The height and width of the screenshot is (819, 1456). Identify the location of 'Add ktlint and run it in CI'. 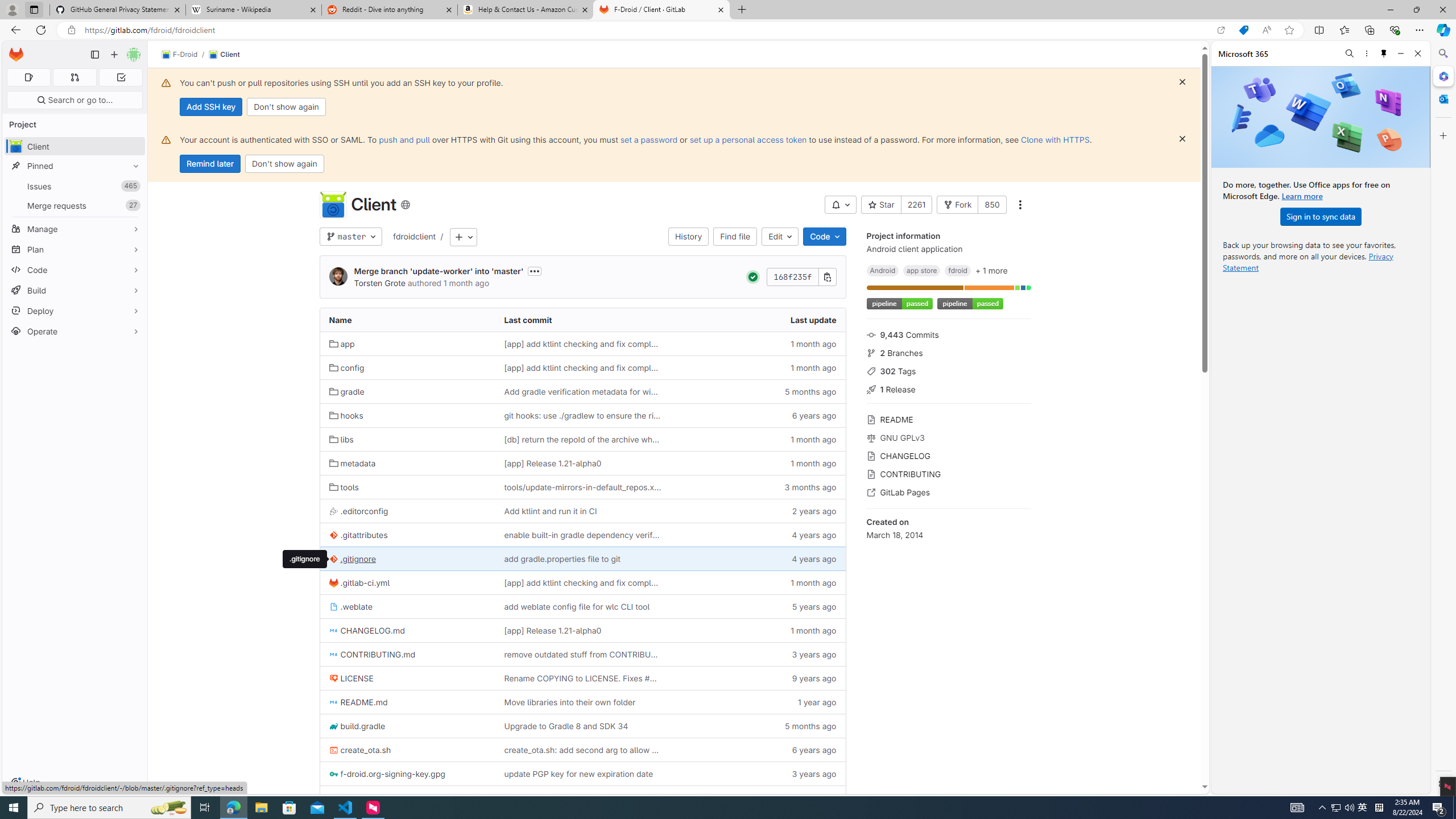
(582, 510).